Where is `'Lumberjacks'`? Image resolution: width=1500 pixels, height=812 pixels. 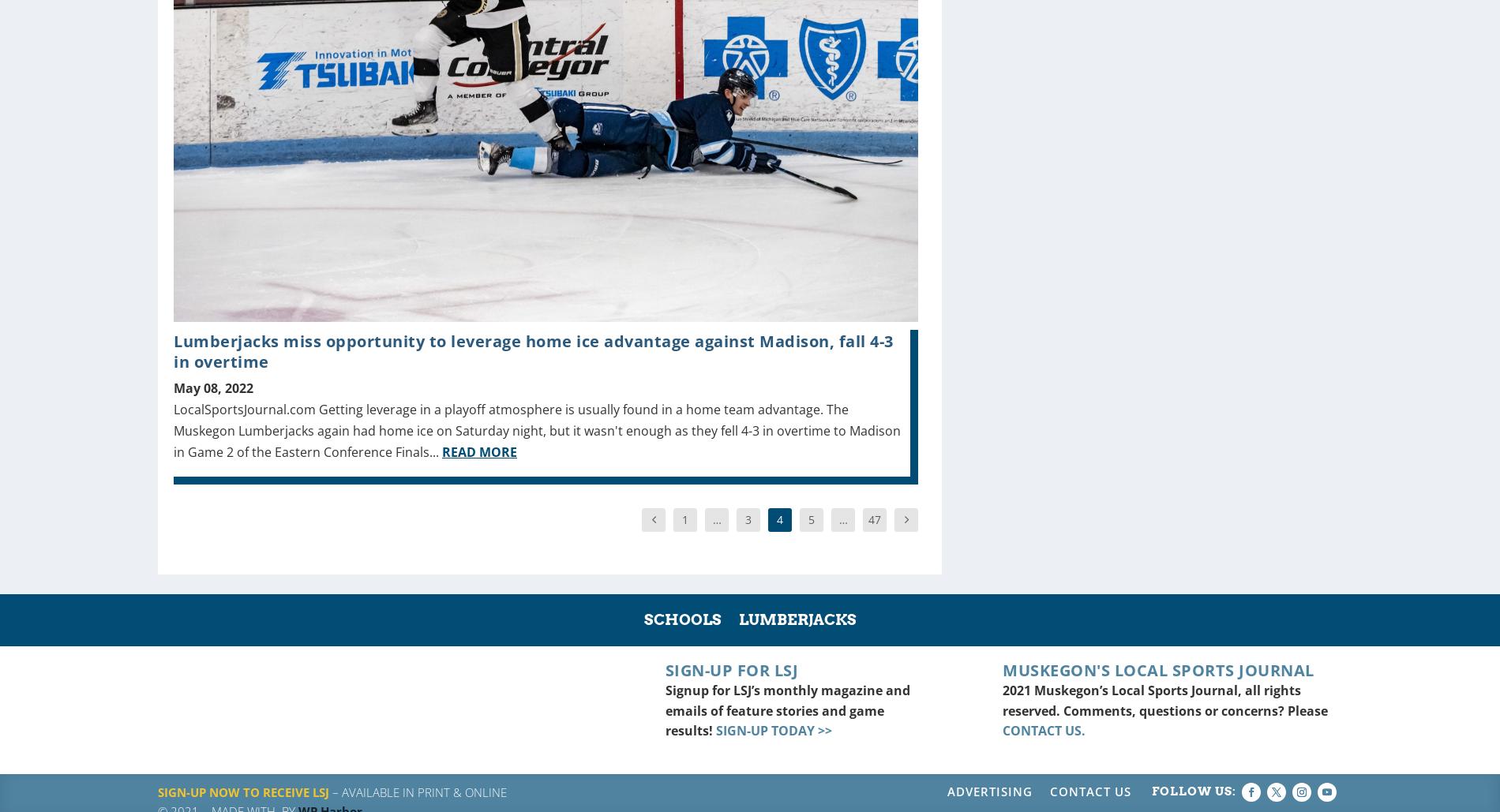 'Lumberjacks' is located at coordinates (797, 619).